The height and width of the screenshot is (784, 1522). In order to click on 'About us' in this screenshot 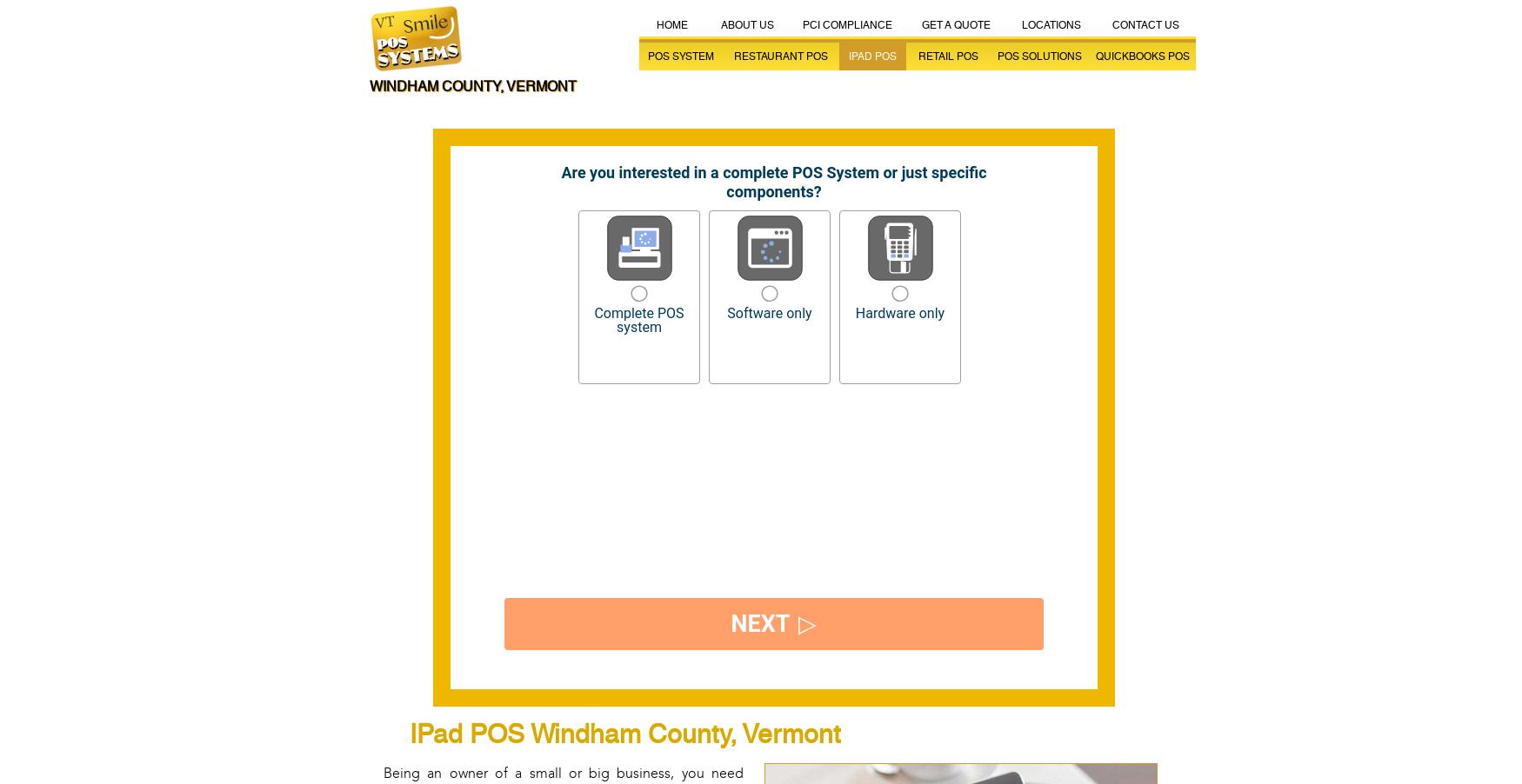, I will do `click(720, 24)`.